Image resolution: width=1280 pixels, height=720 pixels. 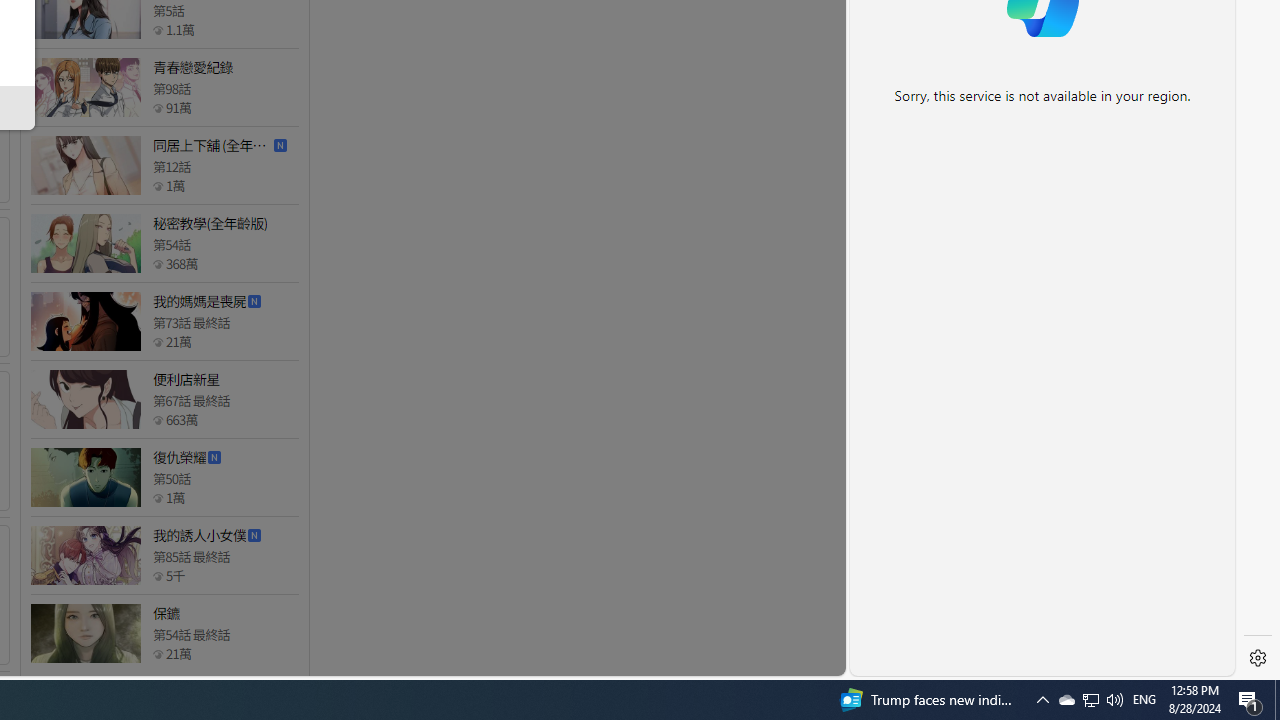 What do you see at coordinates (1257, 658) in the screenshot?
I see `'Settings'` at bounding box center [1257, 658].